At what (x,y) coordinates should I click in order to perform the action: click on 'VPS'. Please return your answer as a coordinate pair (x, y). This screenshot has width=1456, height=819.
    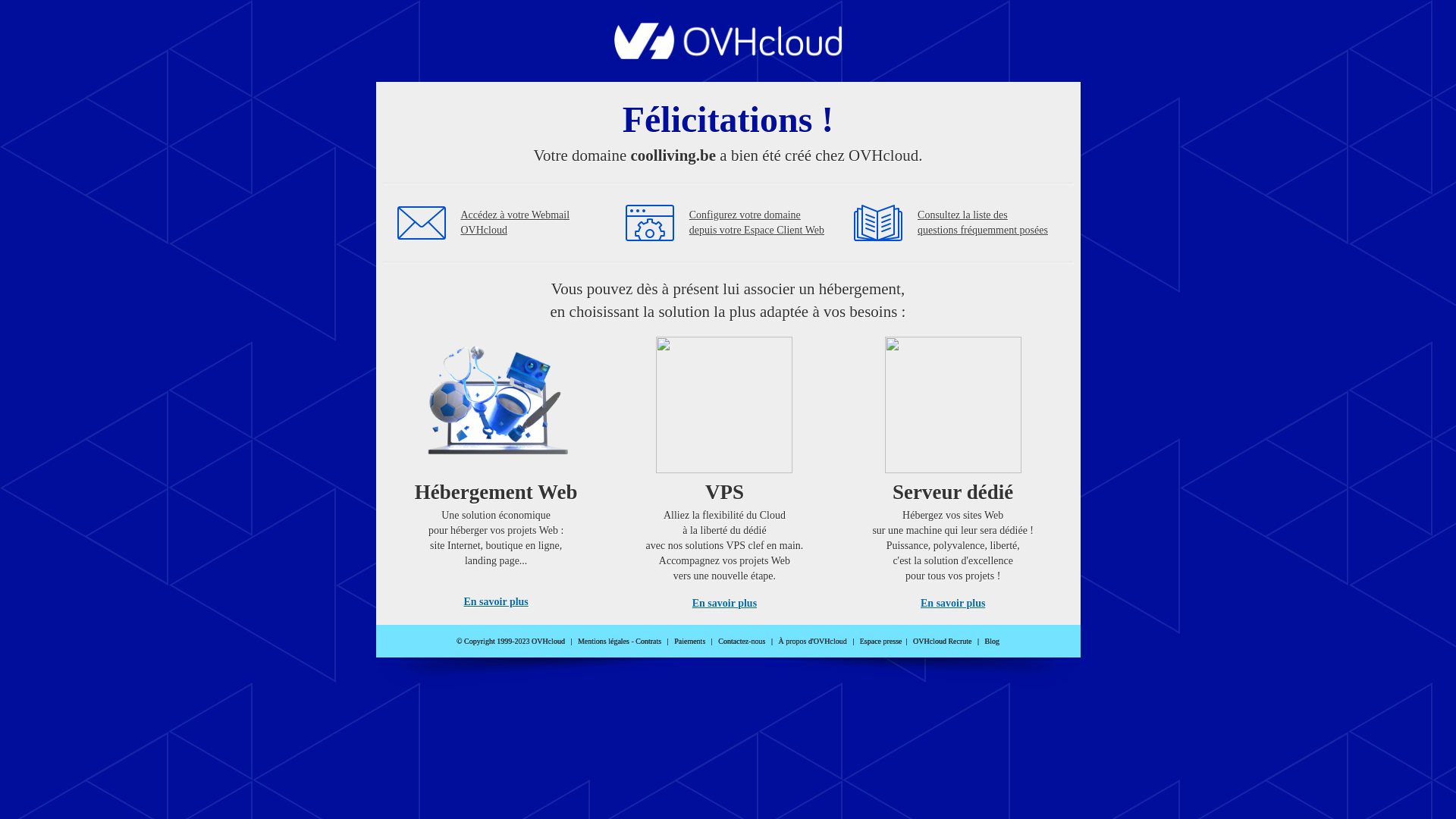
    Looking at the image, I should click on (723, 469).